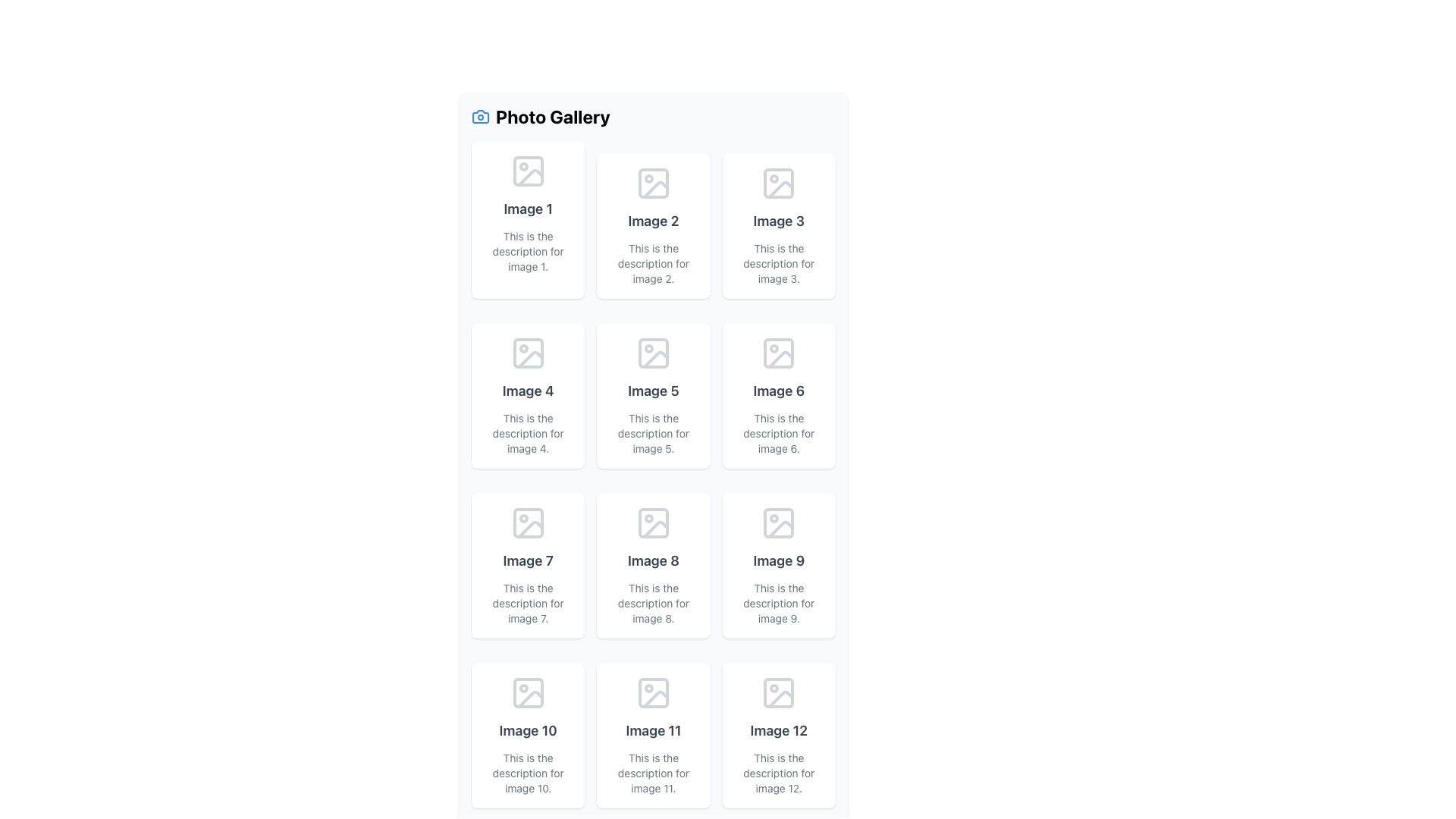  I want to click on the card element titled 'Image 4' in the Photo Gallery, so click(528, 394).